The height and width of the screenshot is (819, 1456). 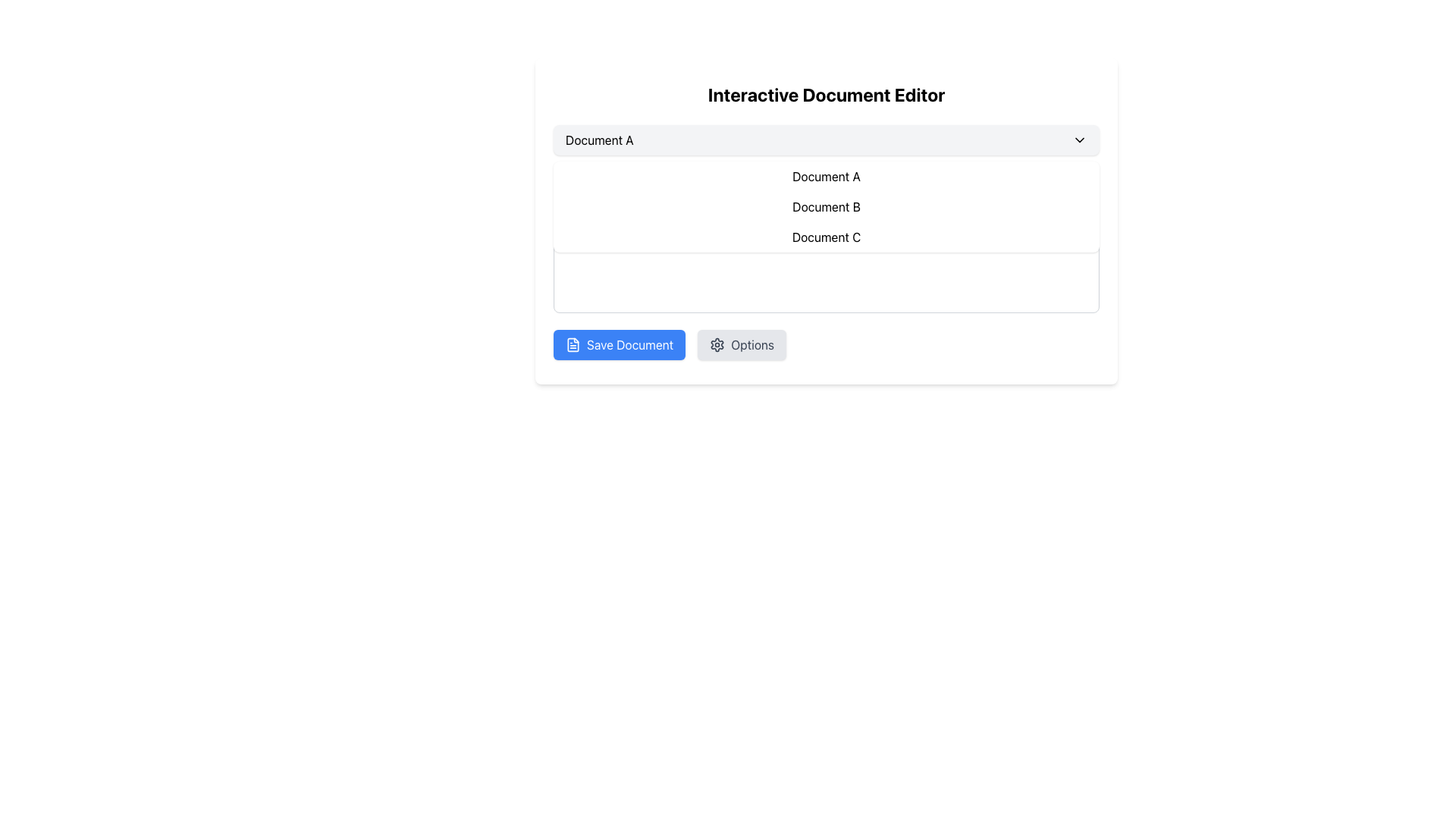 What do you see at coordinates (825, 175) in the screenshot?
I see `the first item in the dropdown menu directly below the 'Document A' trigger bar` at bounding box center [825, 175].